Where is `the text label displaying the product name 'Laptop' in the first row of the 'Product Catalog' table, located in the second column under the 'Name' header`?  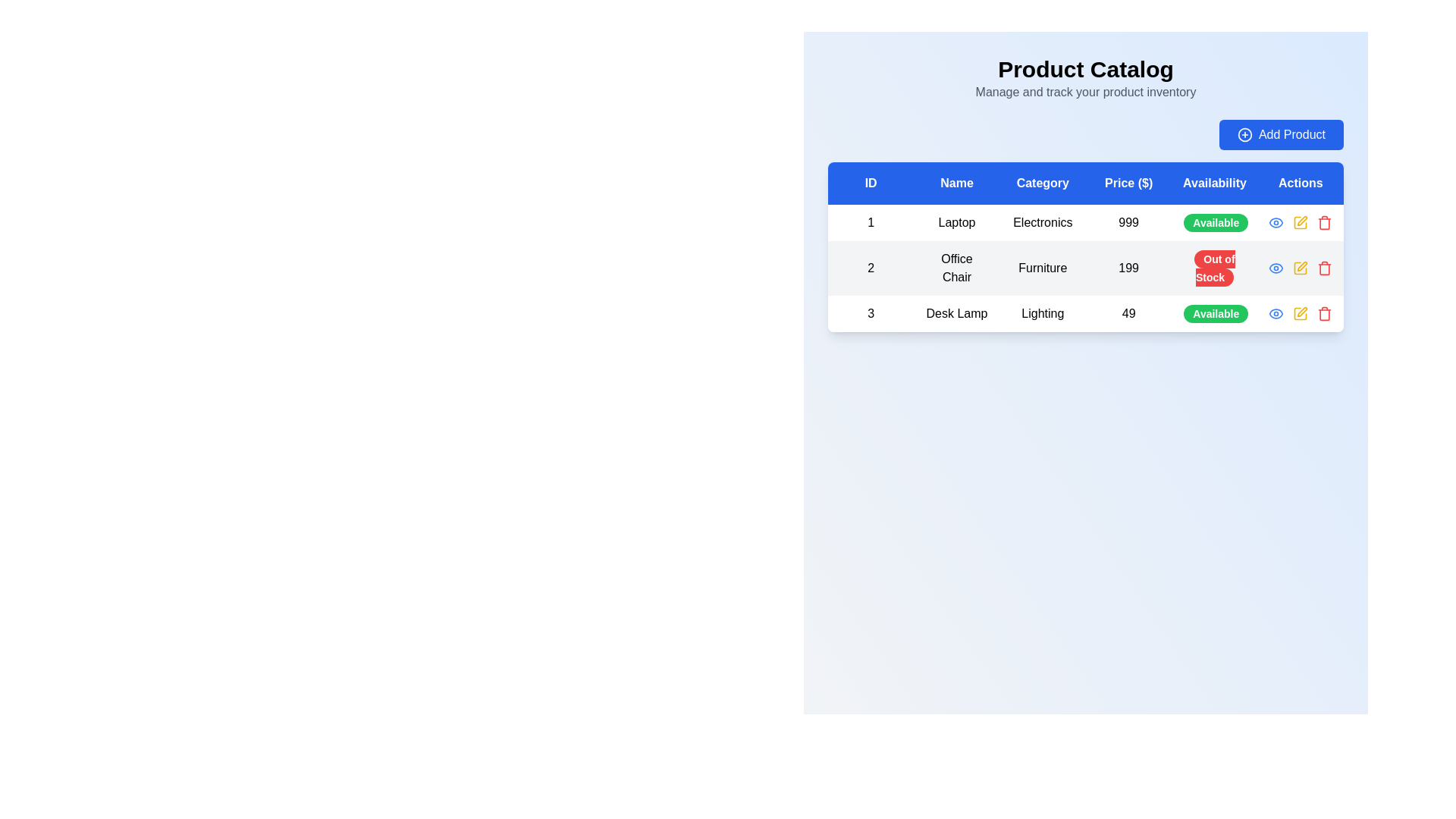 the text label displaying the product name 'Laptop' in the first row of the 'Product Catalog' table, located in the second column under the 'Name' header is located at coordinates (956, 222).